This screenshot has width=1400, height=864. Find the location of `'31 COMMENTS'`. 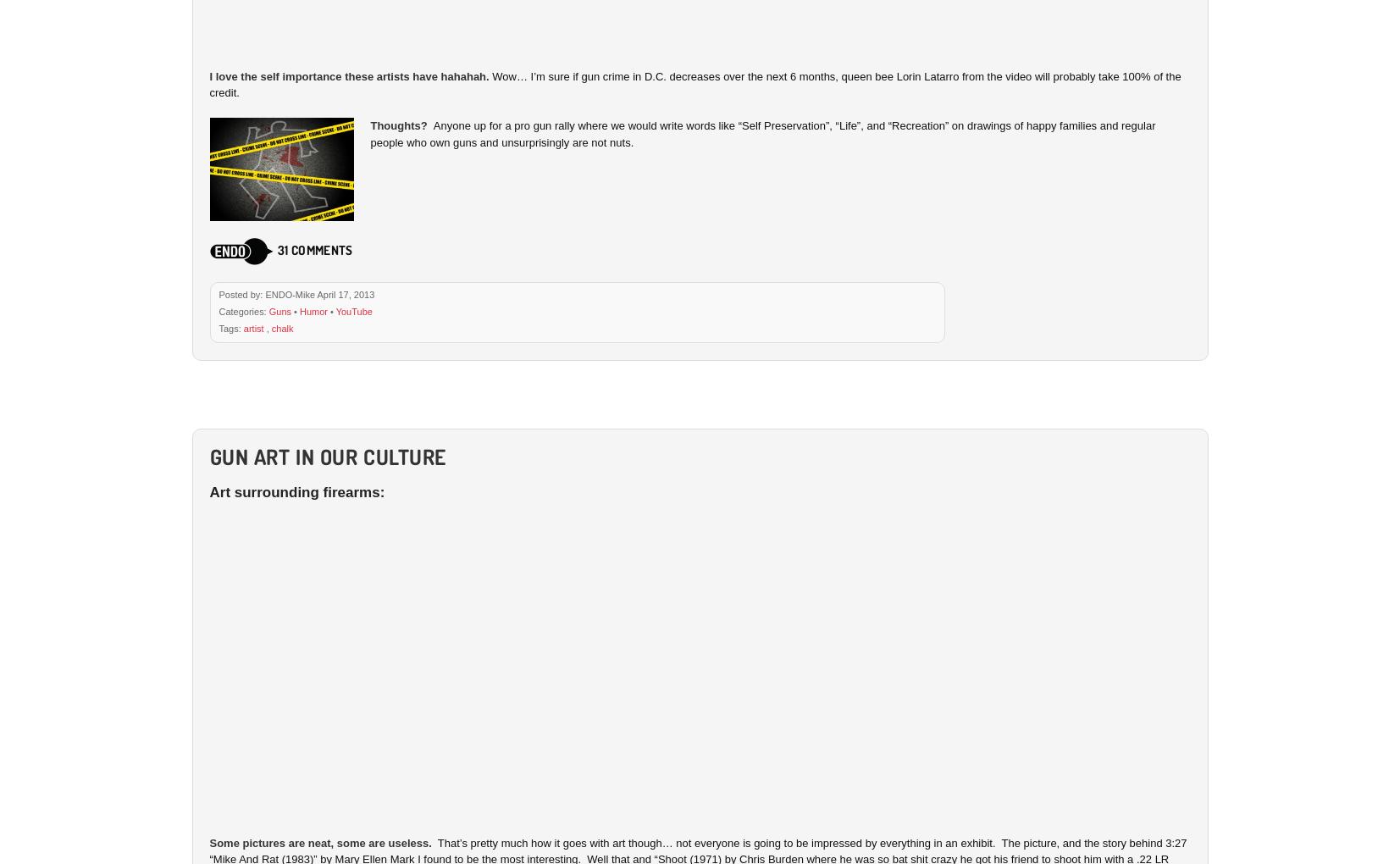

'31 COMMENTS' is located at coordinates (313, 248).